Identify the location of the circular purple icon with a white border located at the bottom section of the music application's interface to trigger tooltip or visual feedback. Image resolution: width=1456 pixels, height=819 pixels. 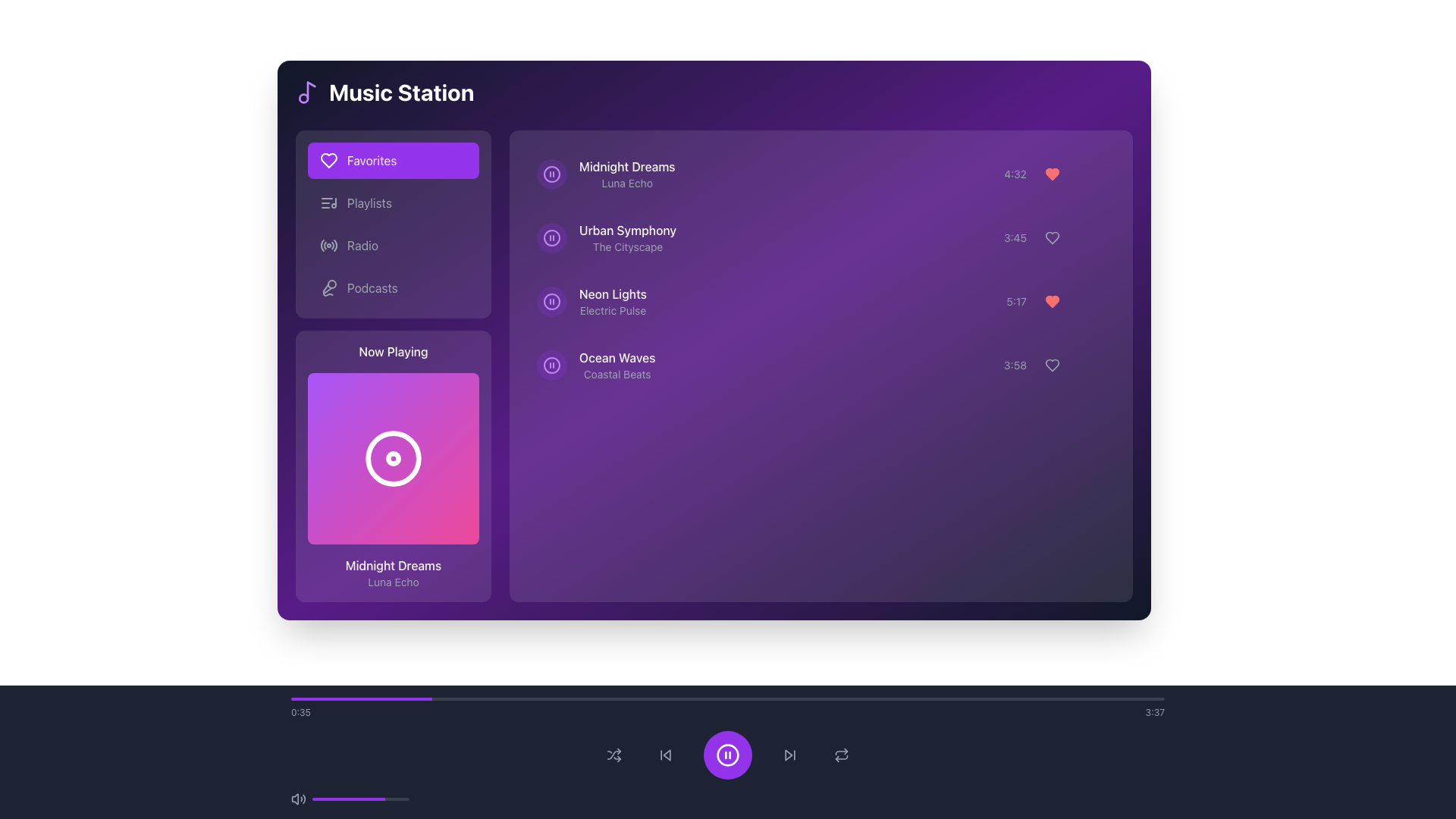
(728, 755).